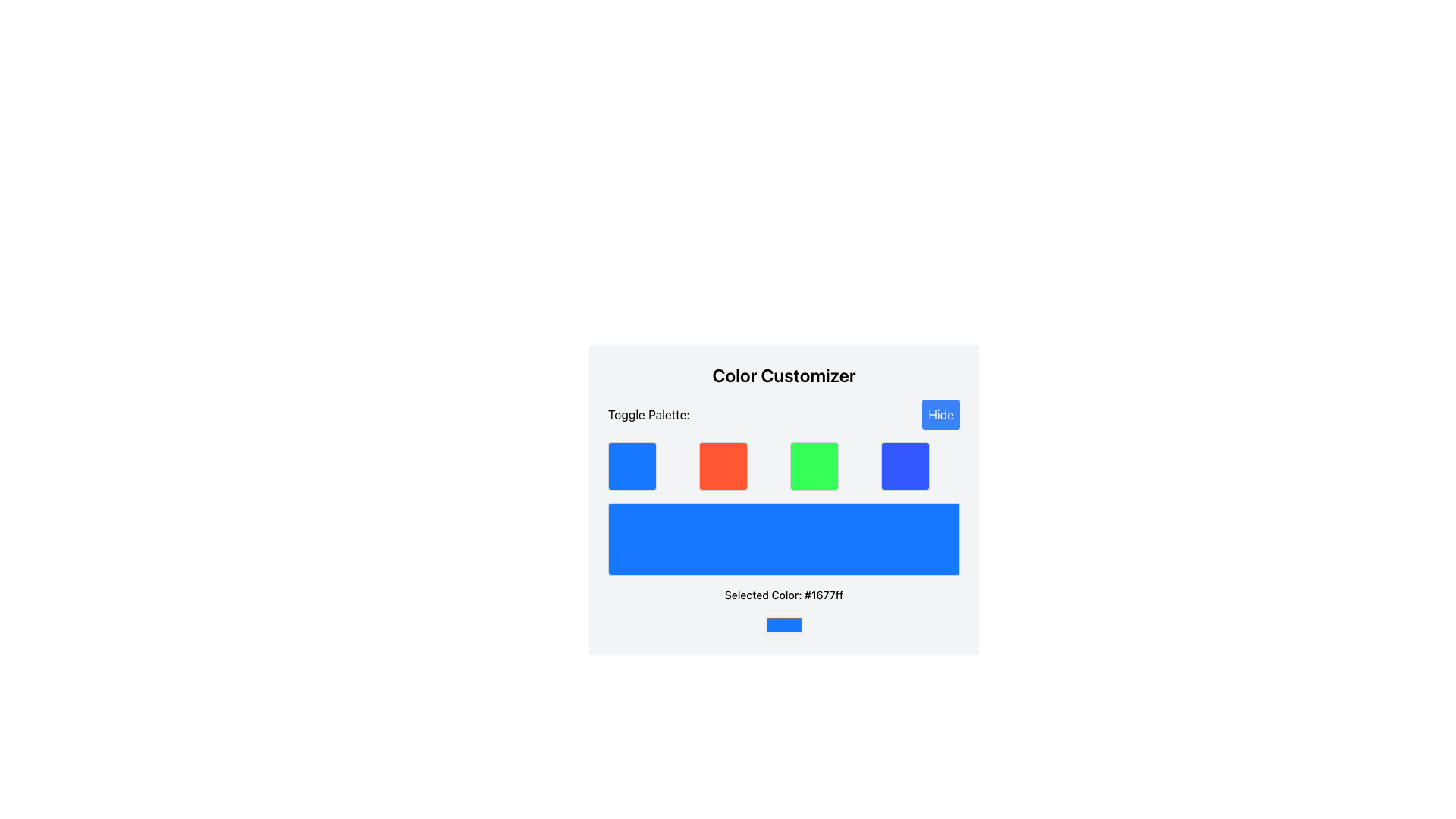 This screenshot has height=819, width=1456. I want to click on the color selection button located in the top-left corner of the 4-column grid, so click(632, 465).